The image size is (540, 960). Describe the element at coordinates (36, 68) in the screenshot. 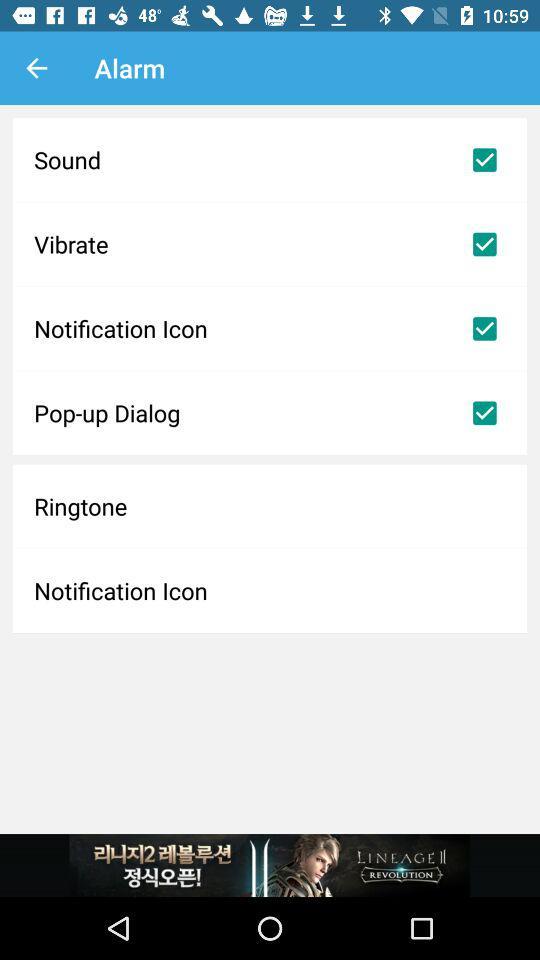

I see `the item above the sound` at that location.